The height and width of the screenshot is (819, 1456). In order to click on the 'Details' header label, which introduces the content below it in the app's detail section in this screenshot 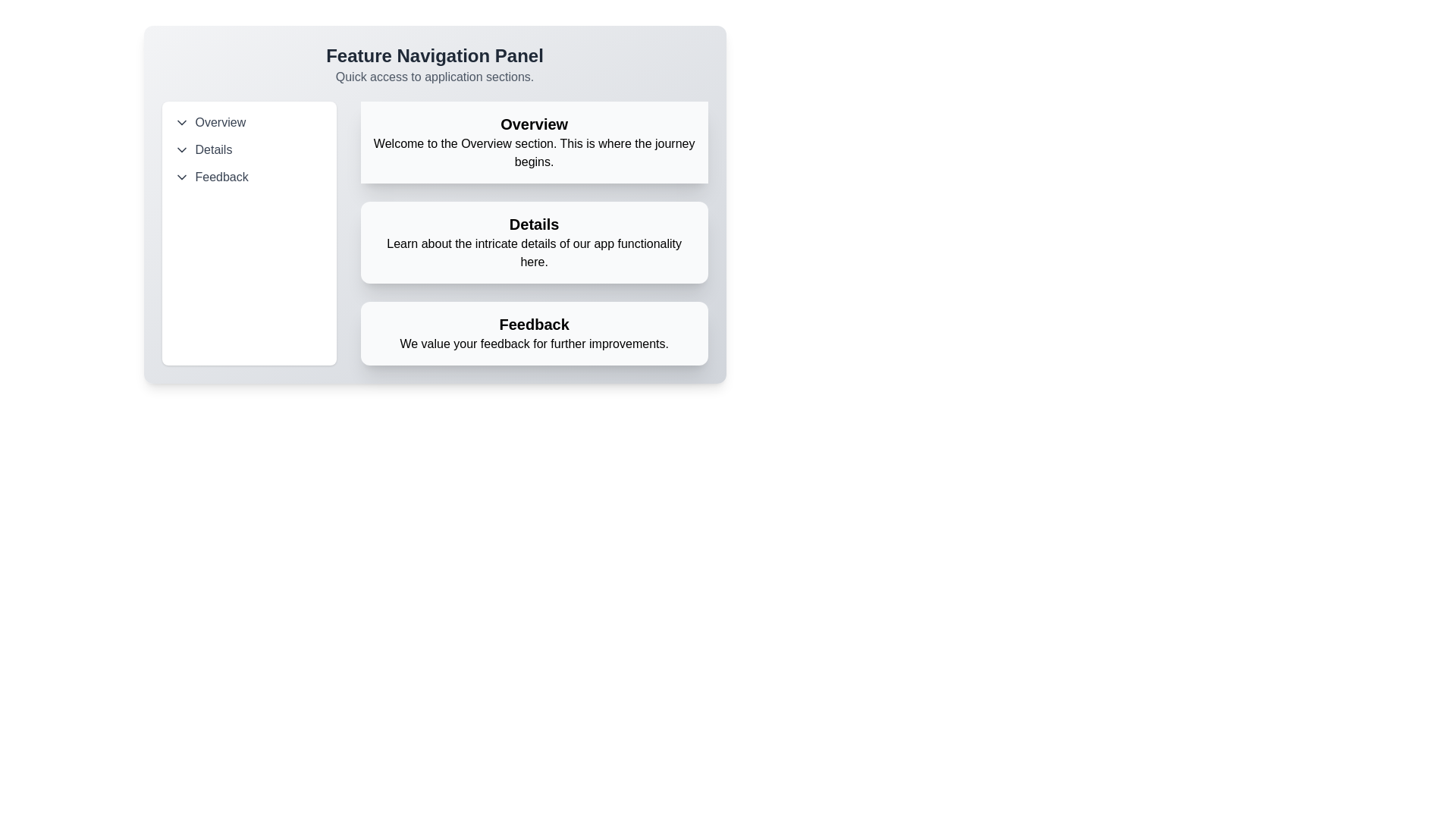, I will do `click(534, 224)`.